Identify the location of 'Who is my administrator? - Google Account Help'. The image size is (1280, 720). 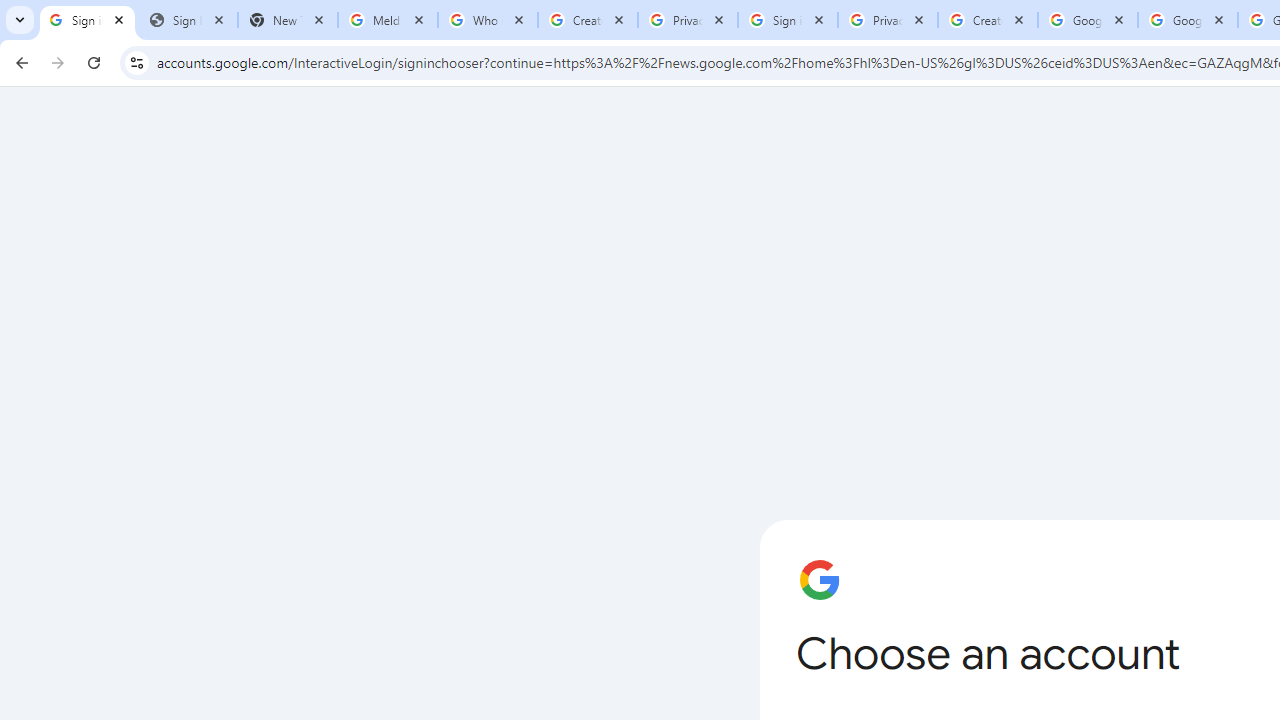
(487, 20).